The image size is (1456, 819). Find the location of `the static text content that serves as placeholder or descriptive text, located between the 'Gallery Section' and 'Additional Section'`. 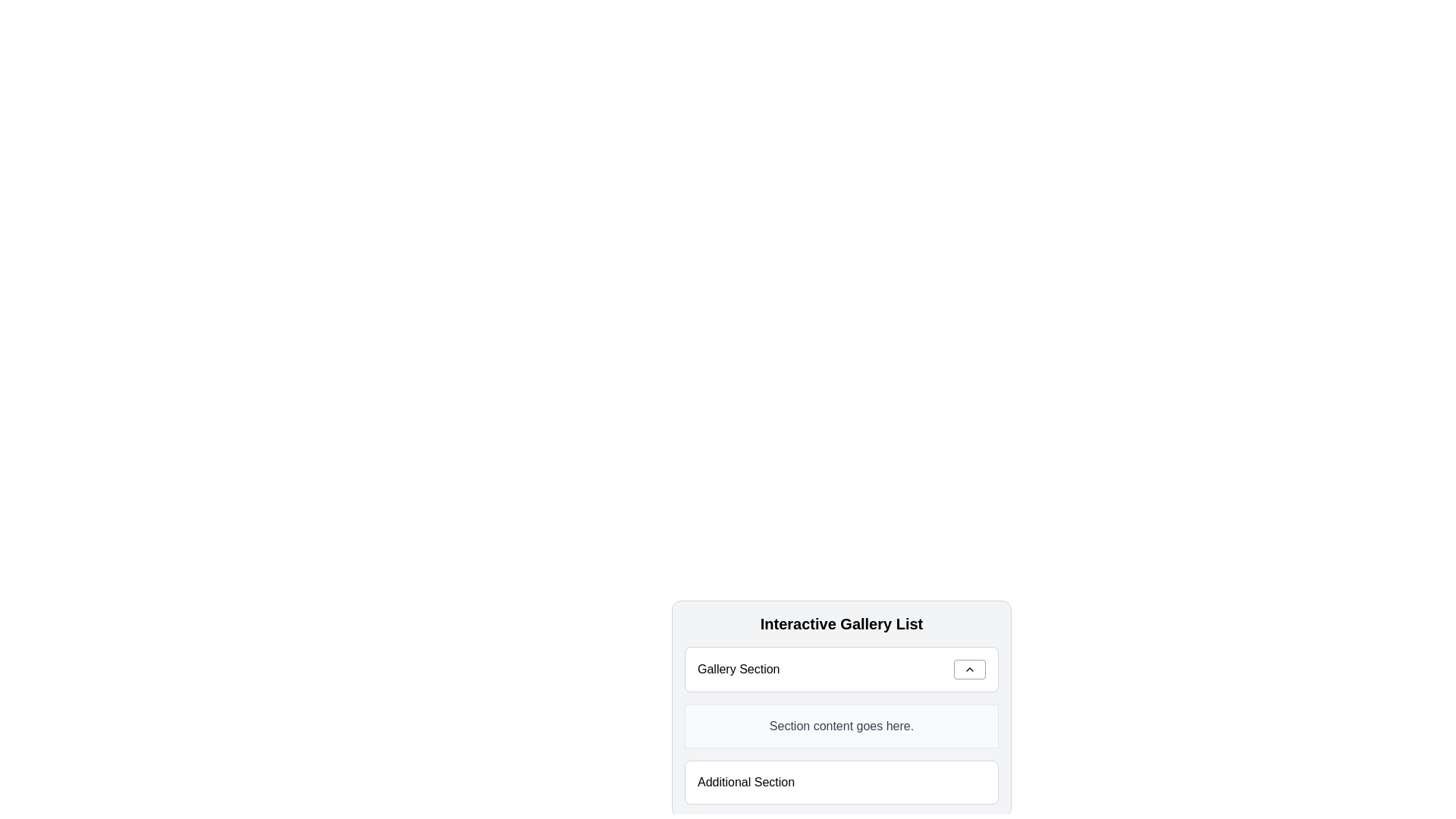

the static text content that serves as placeholder or descriptive text, located between the 'Gallery Section' and 'Additional Section' is located at coordinates (840, 725).